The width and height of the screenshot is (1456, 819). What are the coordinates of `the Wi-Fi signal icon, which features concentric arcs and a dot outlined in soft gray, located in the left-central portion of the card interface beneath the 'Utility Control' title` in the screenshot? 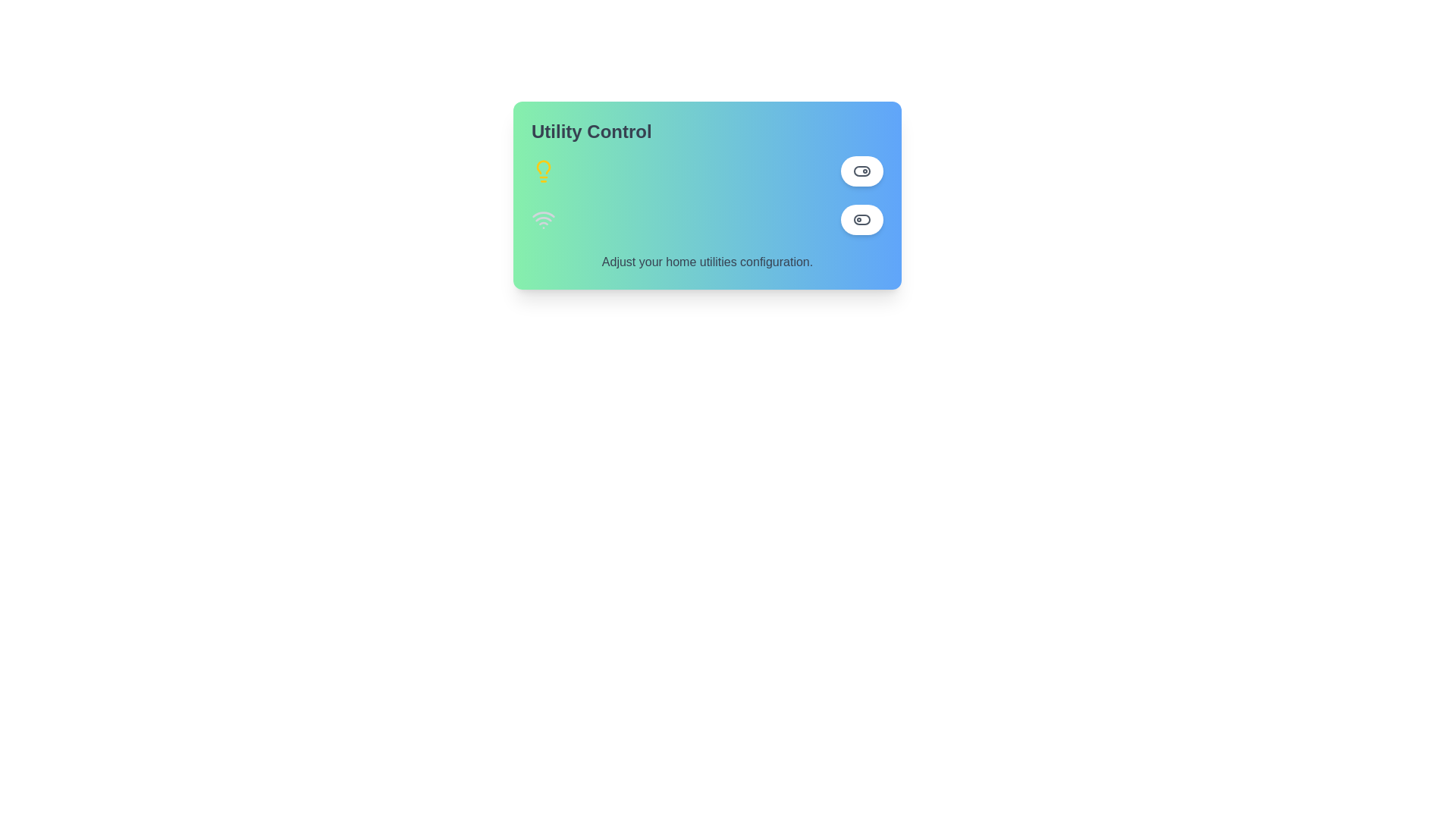 It's located at (543, 219).